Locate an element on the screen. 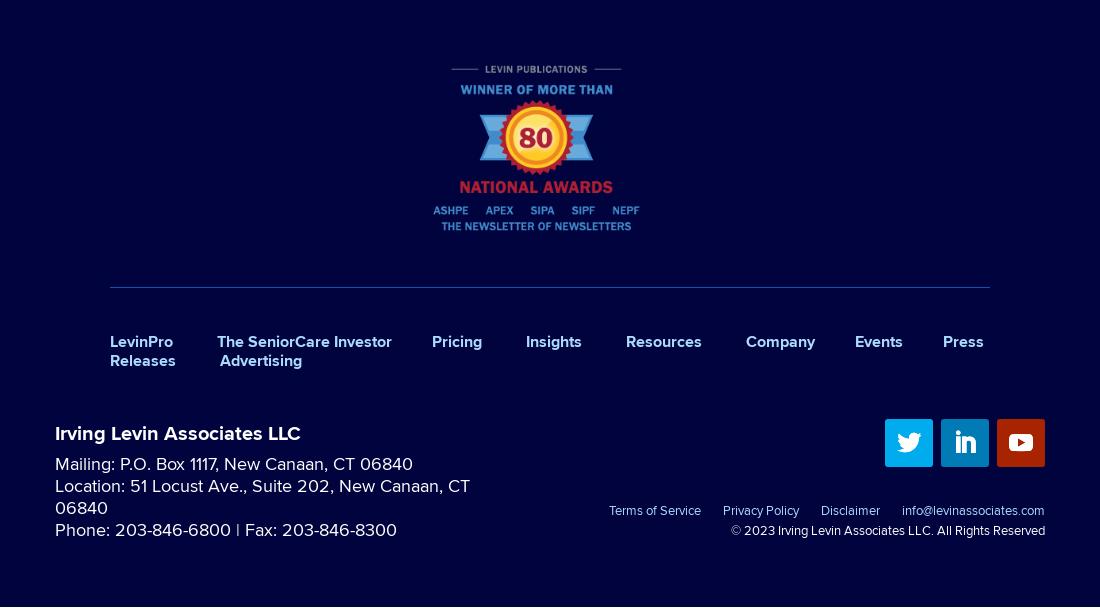 This screenshot has height=608, width=1100. 'Location: 51 Locust Ave., Suite 202, New Canaan, CT 06840' is located at coordinates (262, 494).